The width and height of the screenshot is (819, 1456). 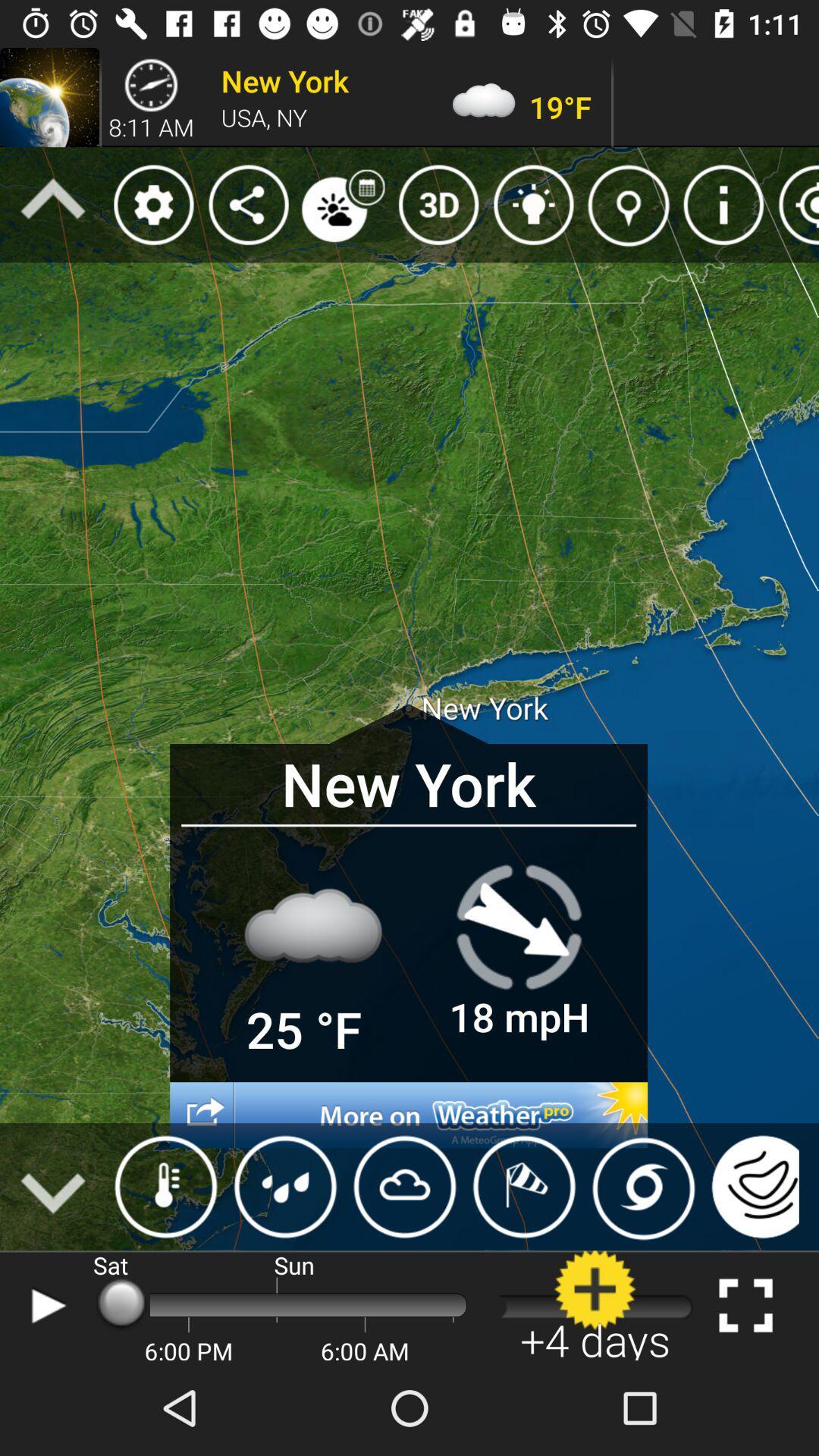 What do you see at coordinates (408, 1115) in the screenshot?
I see `the button with text more on weatherpro` at bounding box center [408, 1115].